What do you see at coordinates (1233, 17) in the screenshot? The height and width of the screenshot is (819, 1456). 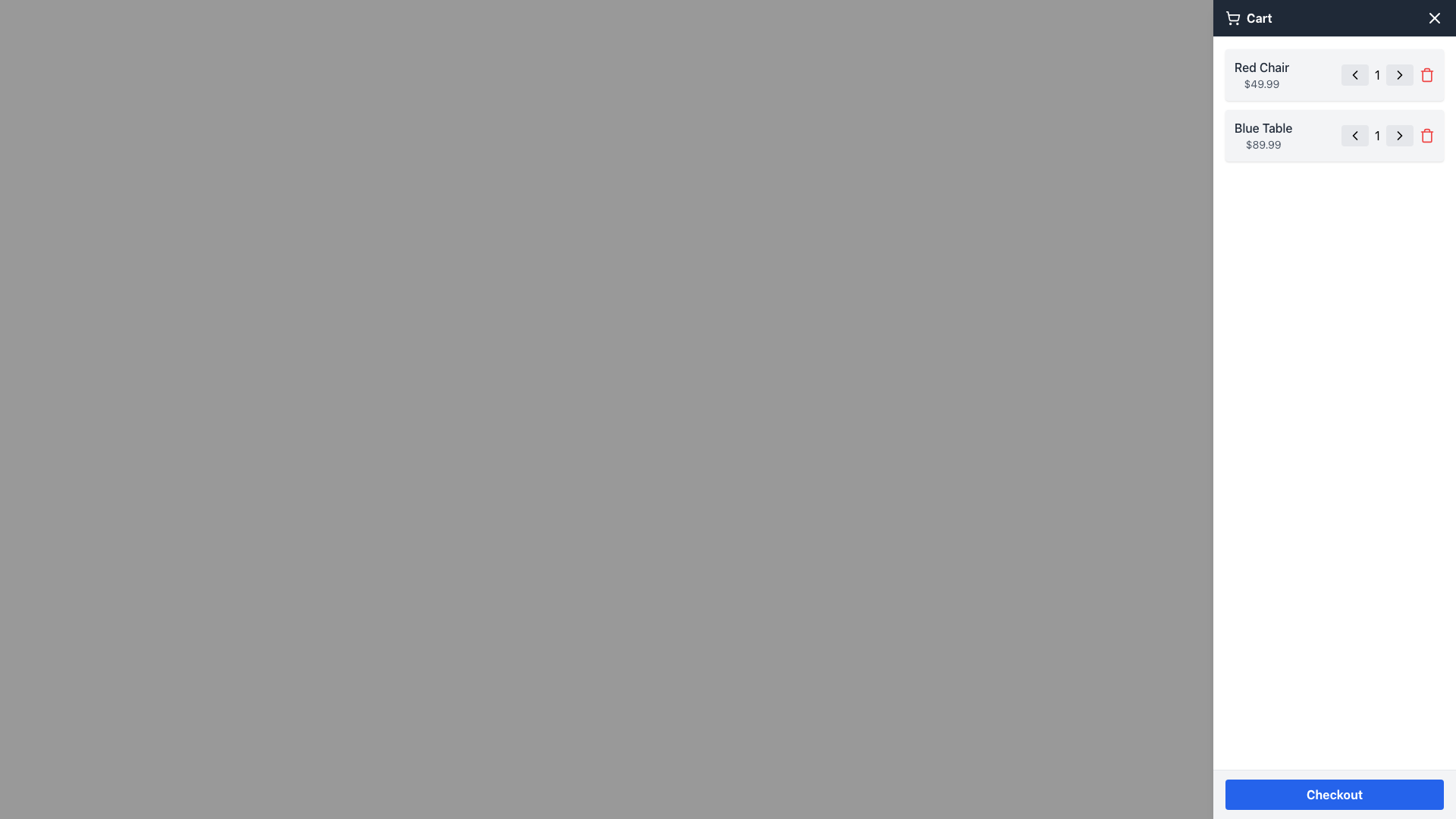 I see `the shopping cart icon located in the dark navigation bar, adjacent to the 'Cart' text label` at bounding box center [1233, 17].